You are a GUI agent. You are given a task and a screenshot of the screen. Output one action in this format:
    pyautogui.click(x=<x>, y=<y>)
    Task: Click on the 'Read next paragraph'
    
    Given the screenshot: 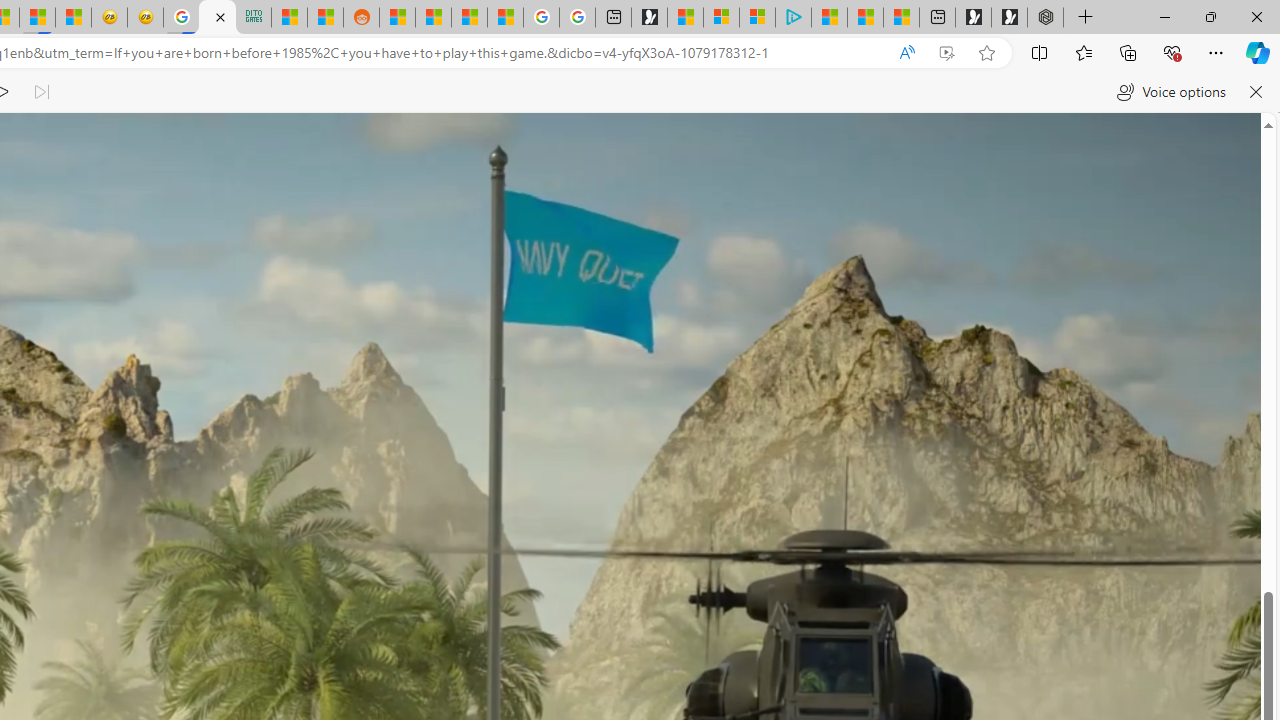 What is the action you would take?
    pyautogui.click(x=40, y=92)
    